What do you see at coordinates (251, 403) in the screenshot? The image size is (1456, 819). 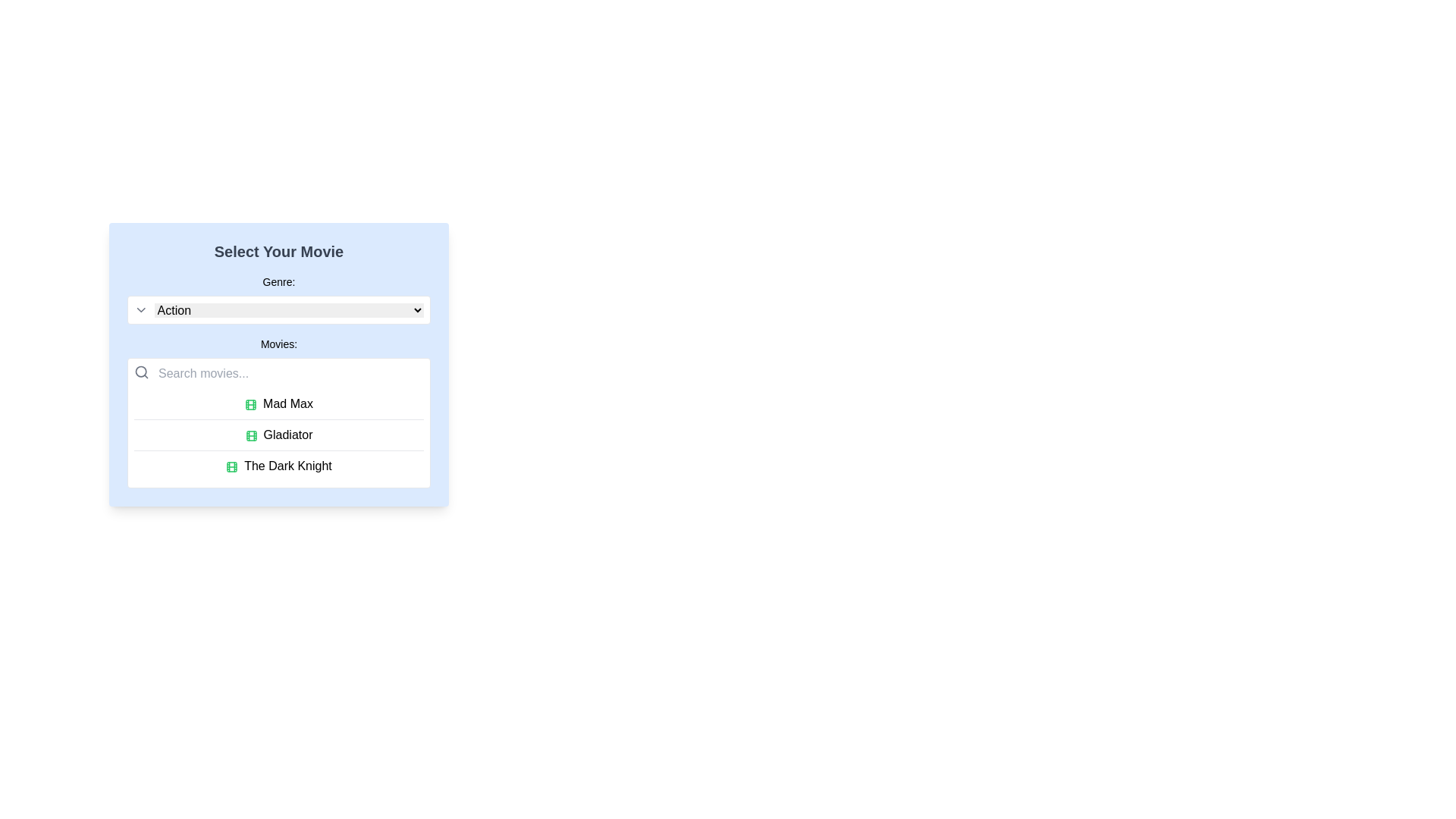 I see `the movie icon representing 'Mad Max', which is located to the left of the text entry in the first movie of the list under the 'Movies' section` at bounding box center [251, 403].